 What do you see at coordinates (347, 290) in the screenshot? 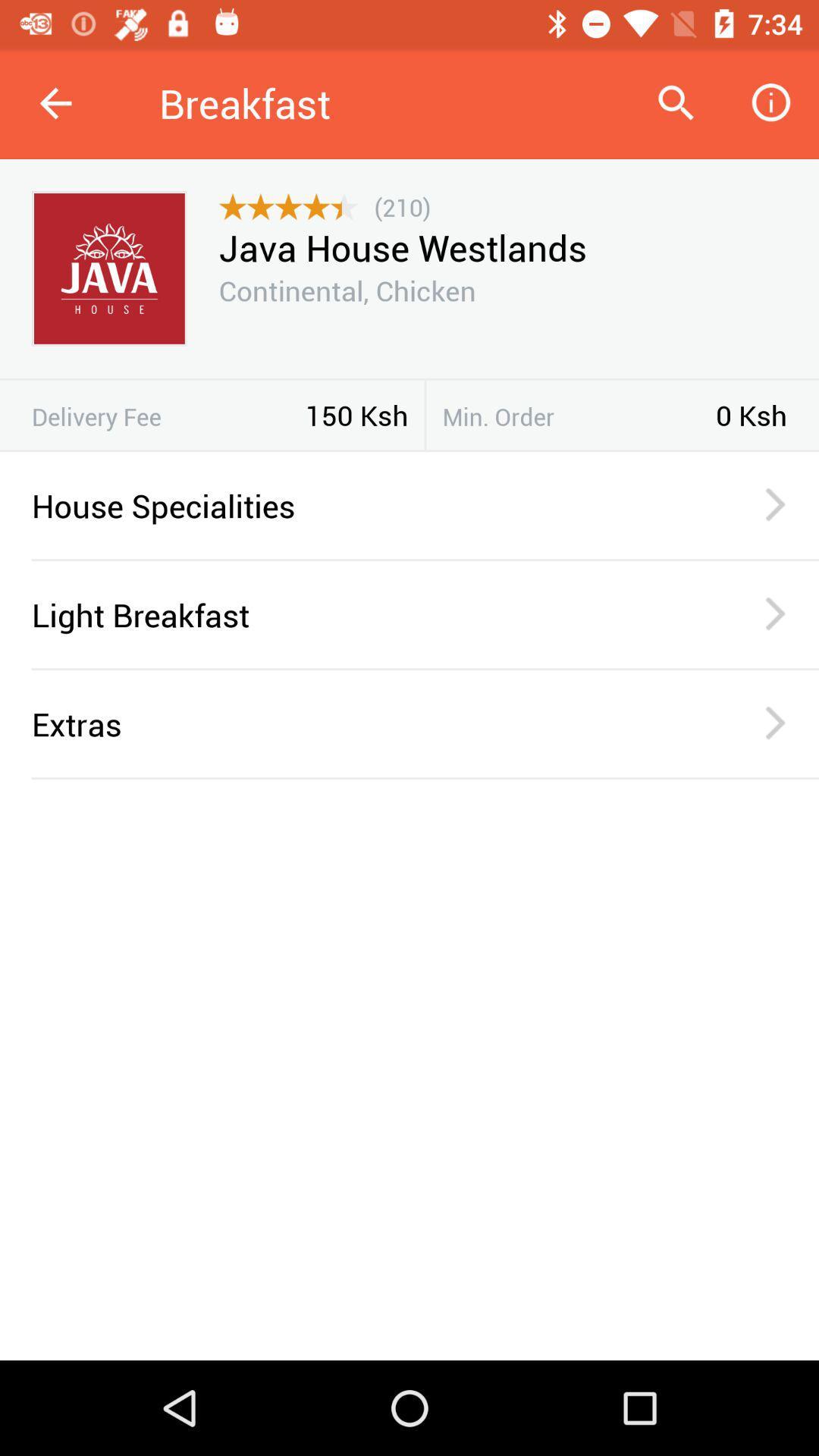
I see `the item below the java house westlands` at bounding box center [347, 290].